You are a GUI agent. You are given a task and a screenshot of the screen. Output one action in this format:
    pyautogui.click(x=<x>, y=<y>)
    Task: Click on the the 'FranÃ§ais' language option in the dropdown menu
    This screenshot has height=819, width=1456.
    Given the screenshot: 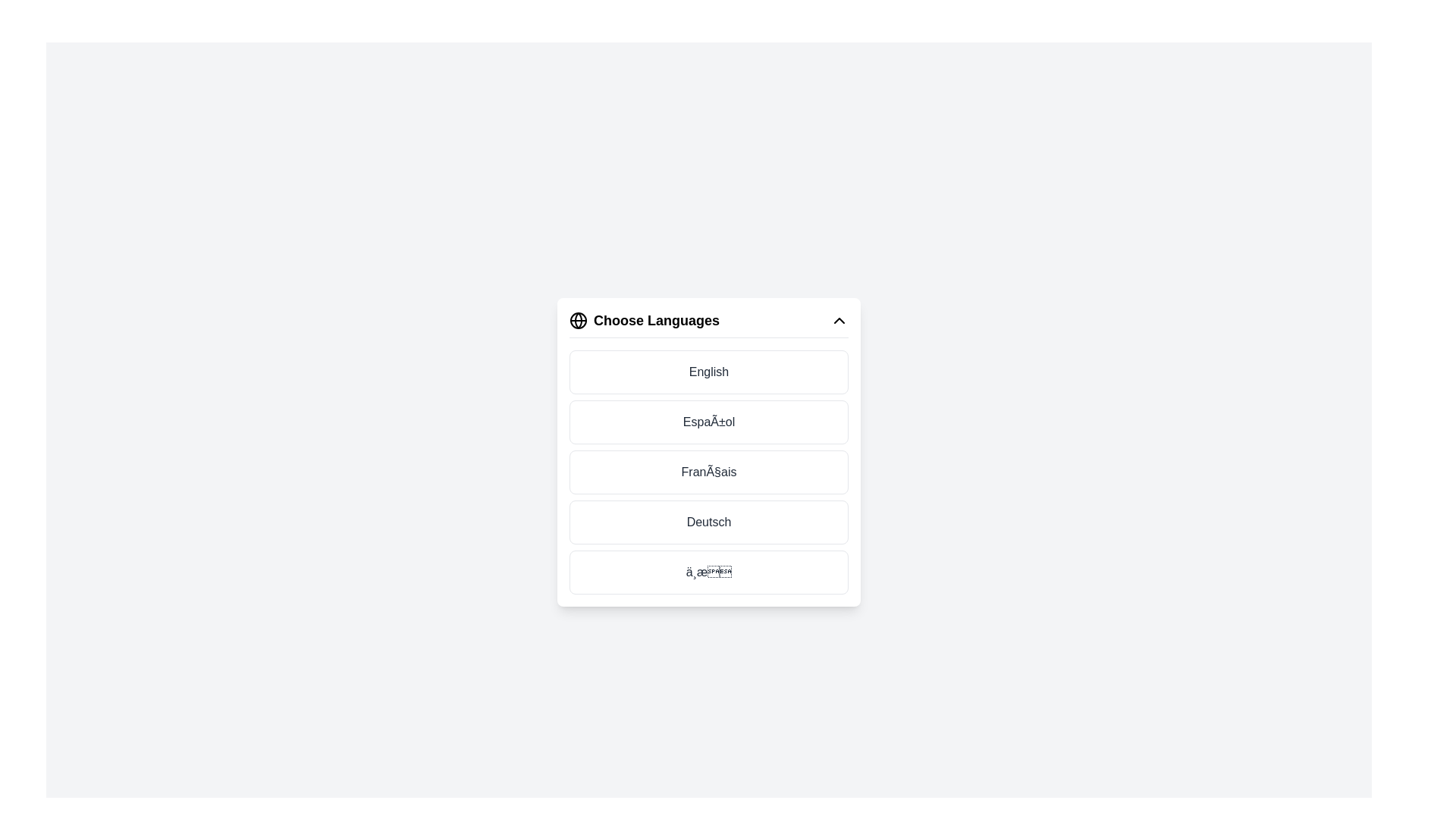 What is the action you would take?
    pyautogui.click(x=708, y=451)
    